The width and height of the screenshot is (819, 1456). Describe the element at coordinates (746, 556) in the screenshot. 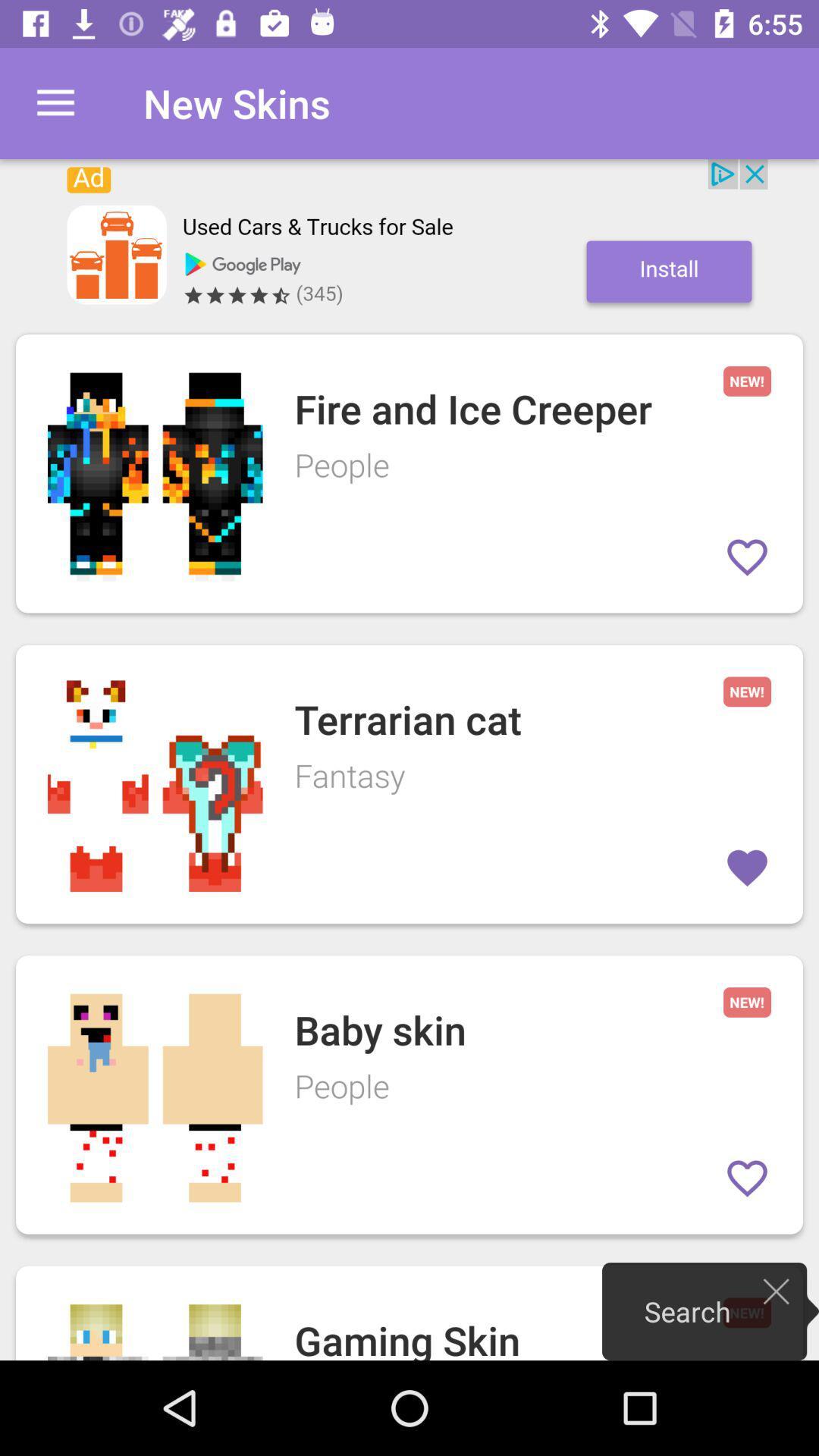

I see `like button` at that location.